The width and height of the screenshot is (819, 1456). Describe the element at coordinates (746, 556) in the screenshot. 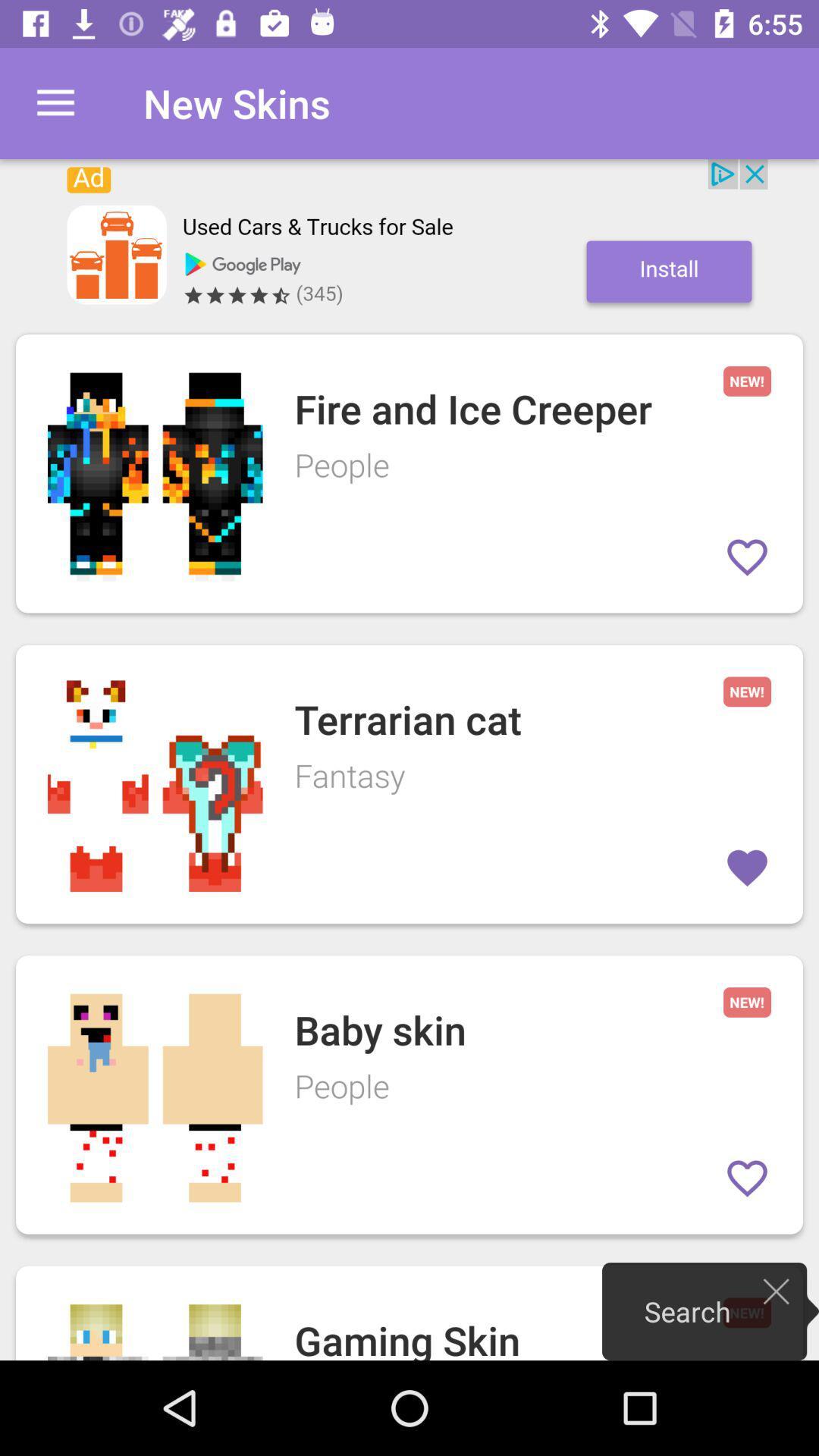

I see `like button` at that location.